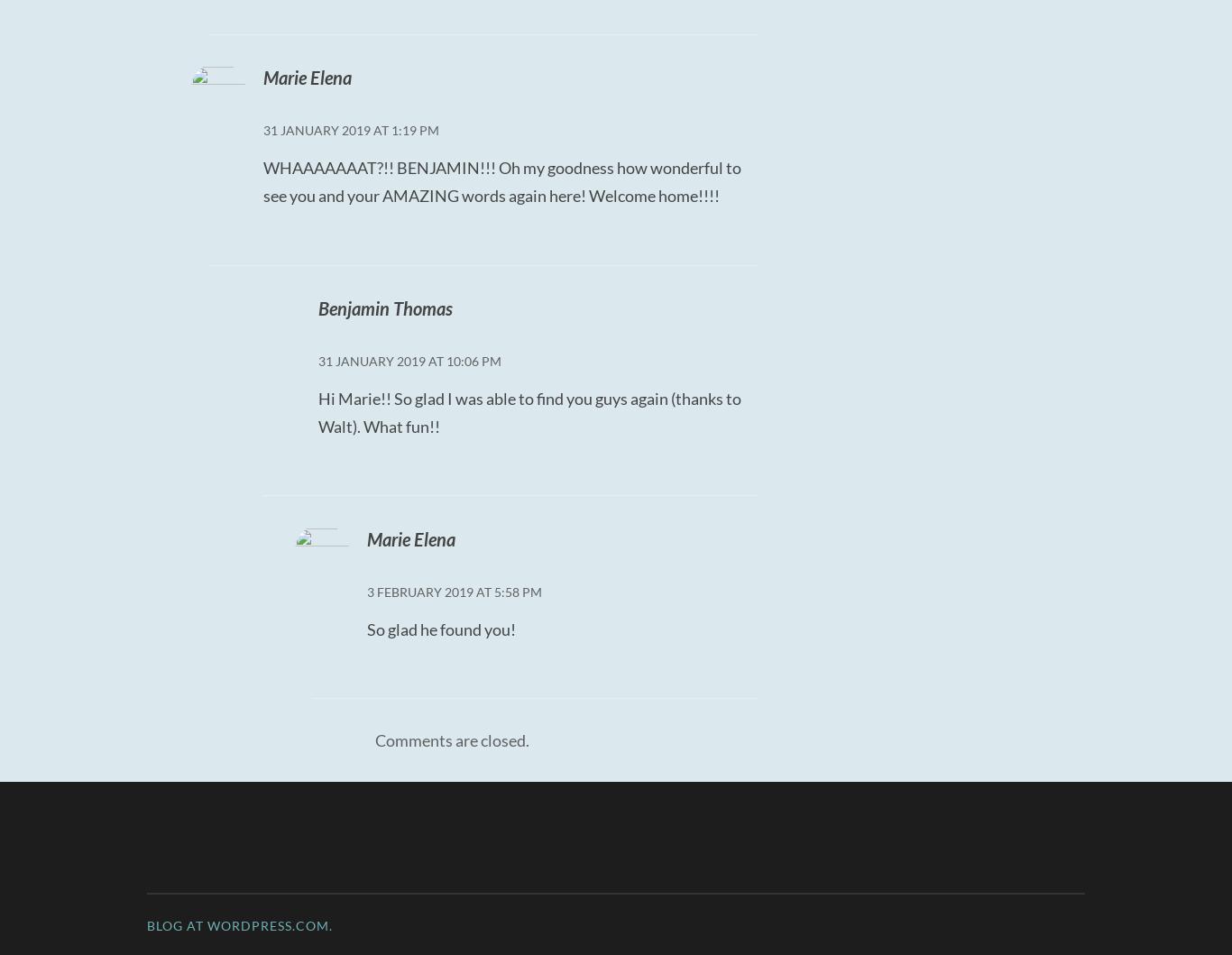 This screenshot has height=955, width=1232. What do you see at coordinates (451, 739) in the screenshot?
I see `'Comments are closed.'` at bounding box center [451, 739].